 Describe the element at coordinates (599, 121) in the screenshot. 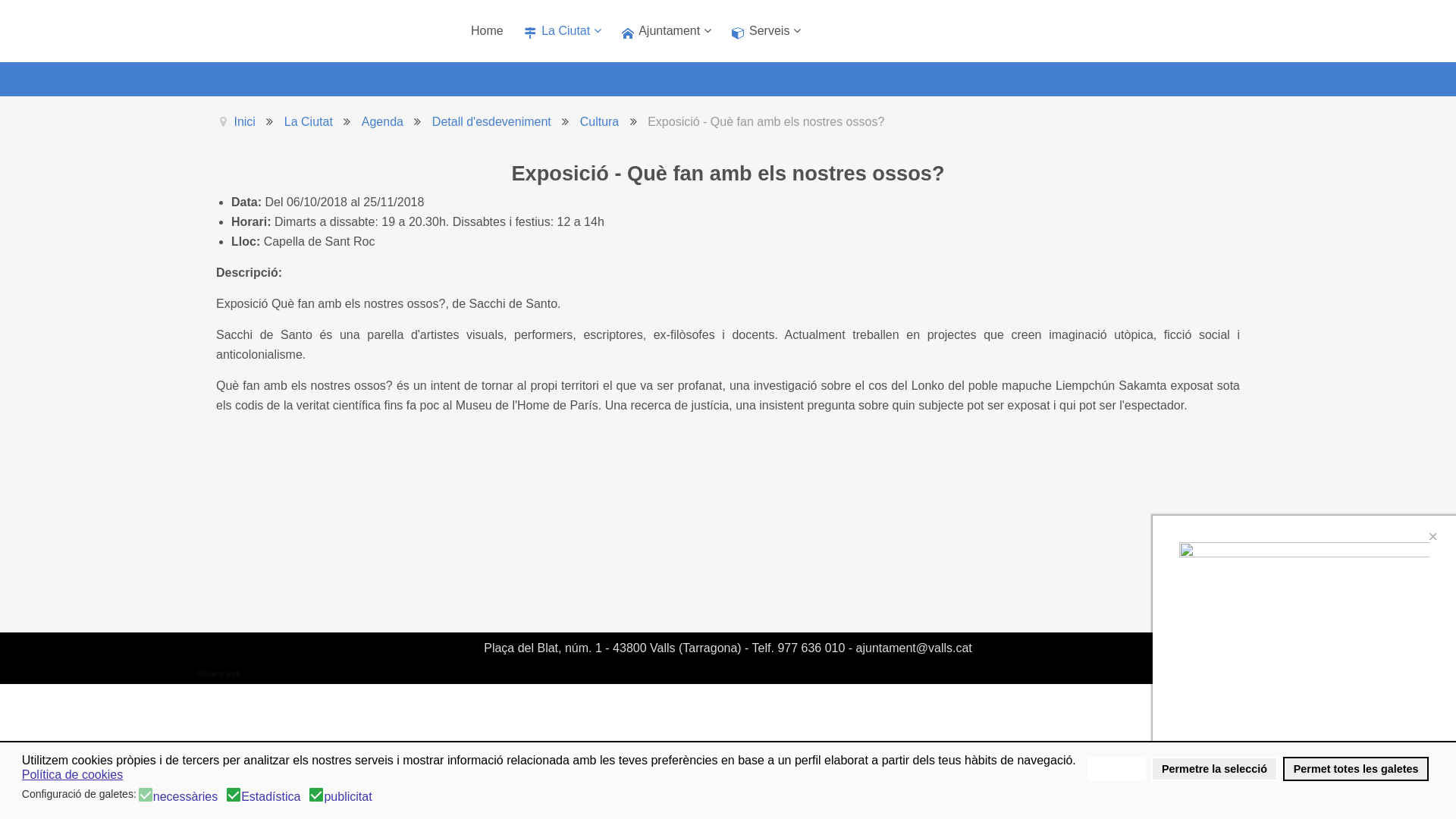

I see `'Cultura'` at that location.